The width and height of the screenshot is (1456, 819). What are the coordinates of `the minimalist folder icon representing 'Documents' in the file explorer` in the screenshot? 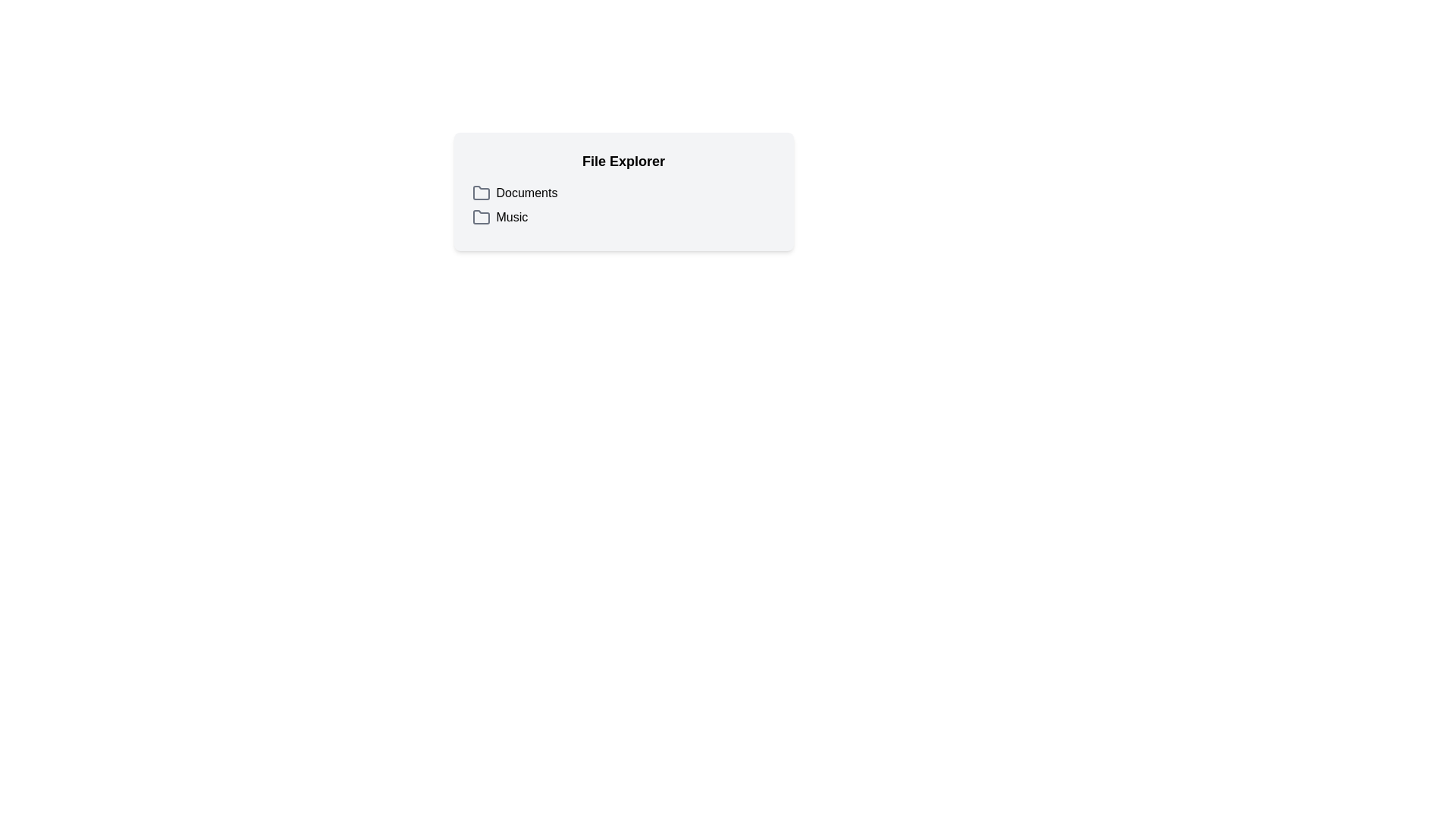 It's located at (480, 192).